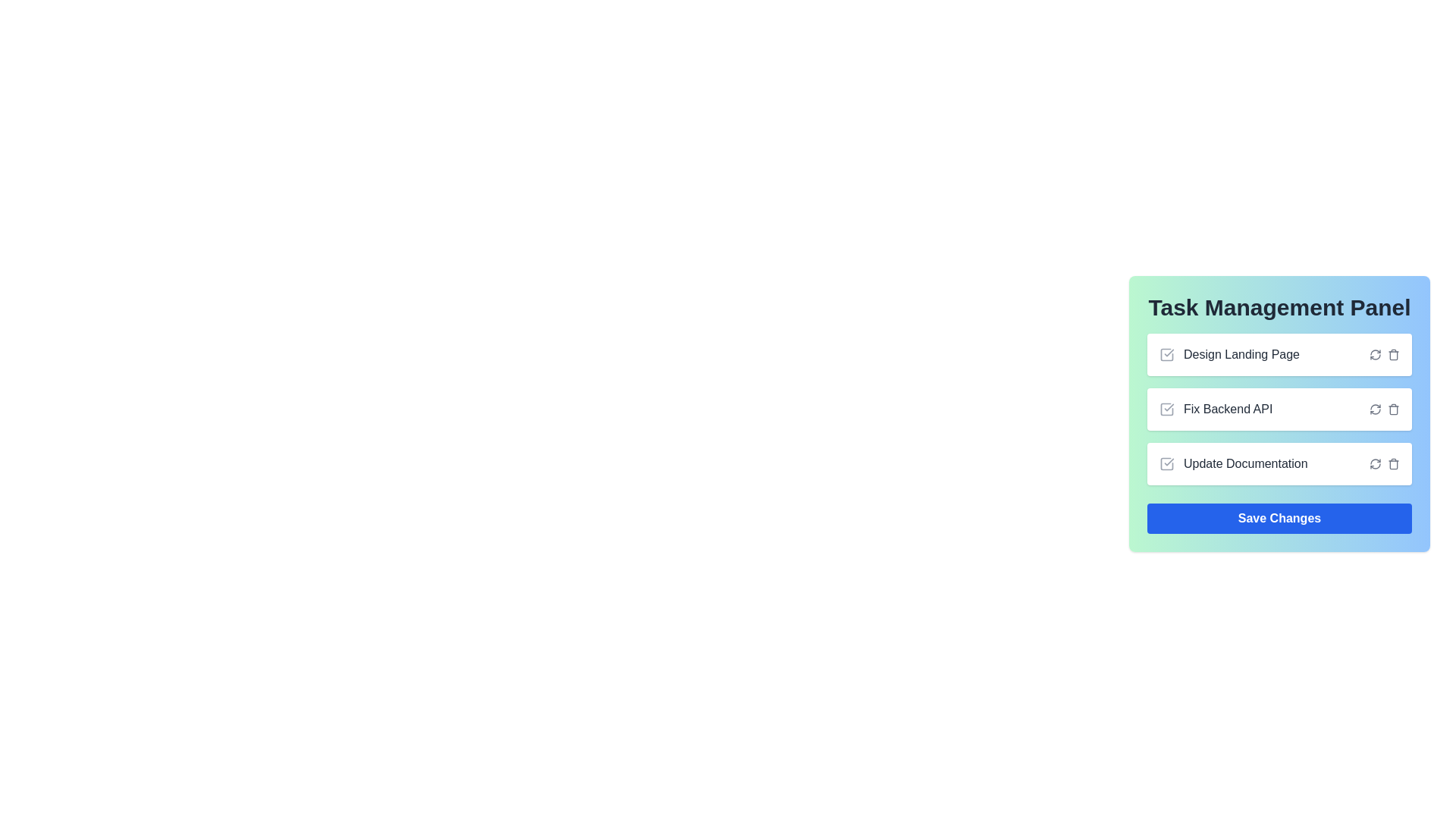  I want to click on the checkbox next to the text 'Update Documentation', so click(1166, 463).